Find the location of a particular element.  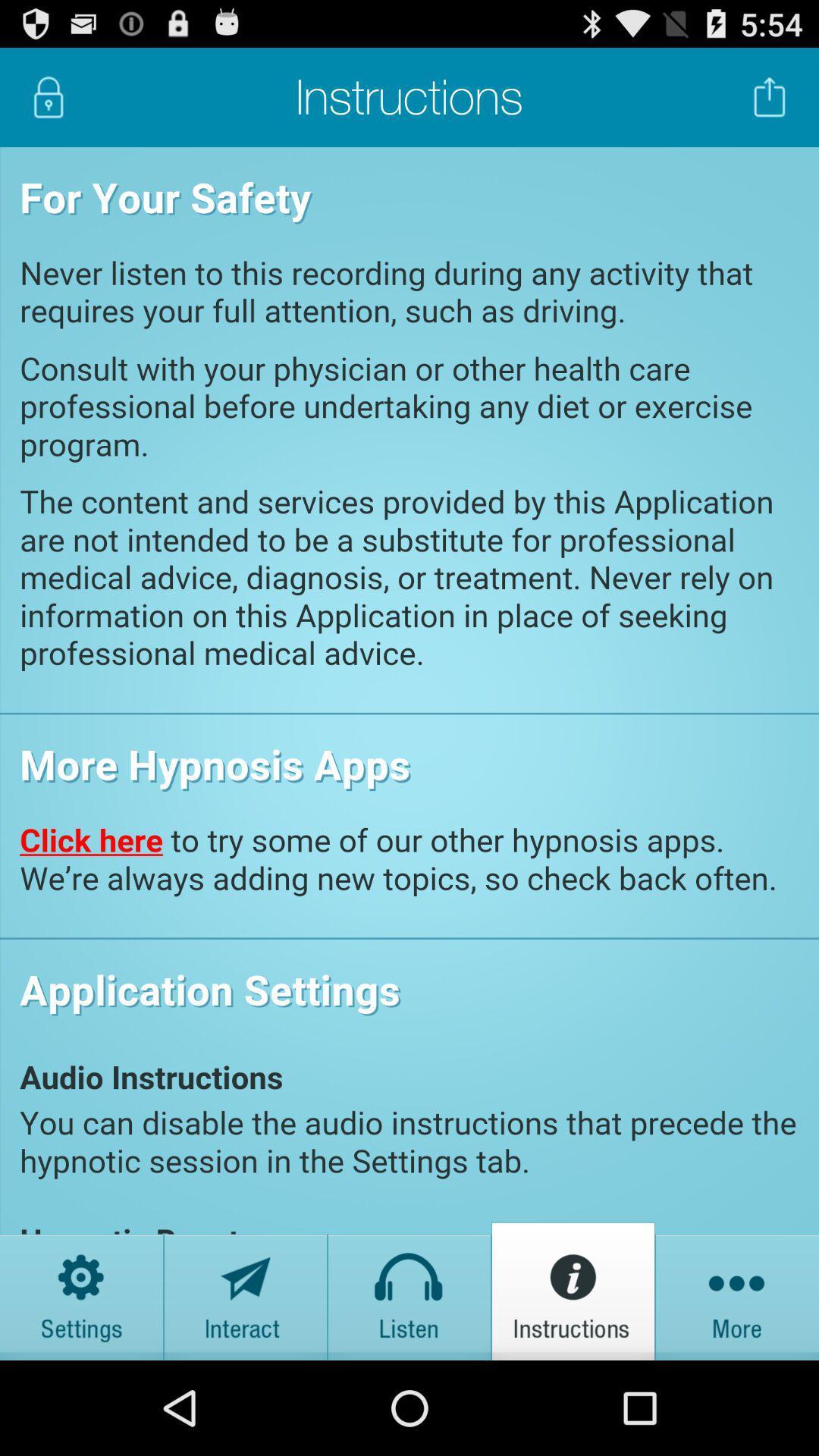

click the lock button is located at coordinates (48, 96).